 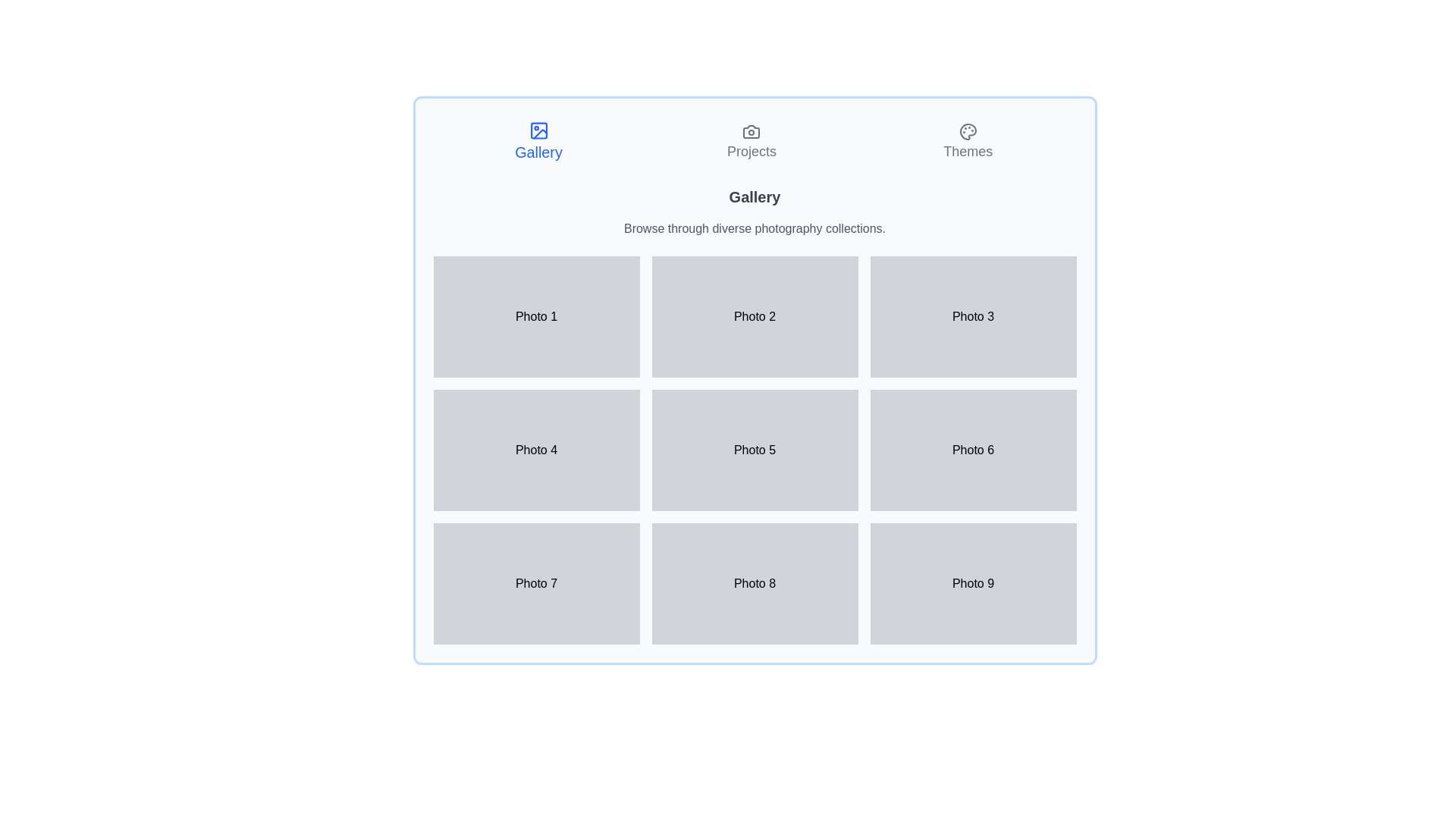 I want to click on the 'Themes' icon located at the top right corner of the interface, so click(x=967, y=130).